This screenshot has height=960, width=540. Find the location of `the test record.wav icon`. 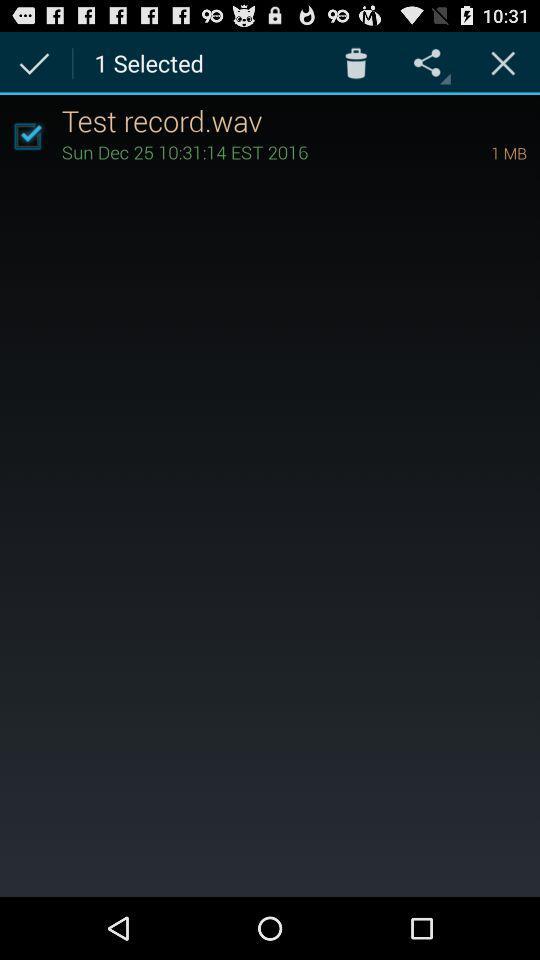

the test record.wav icon is located at coordinates (299, 120).